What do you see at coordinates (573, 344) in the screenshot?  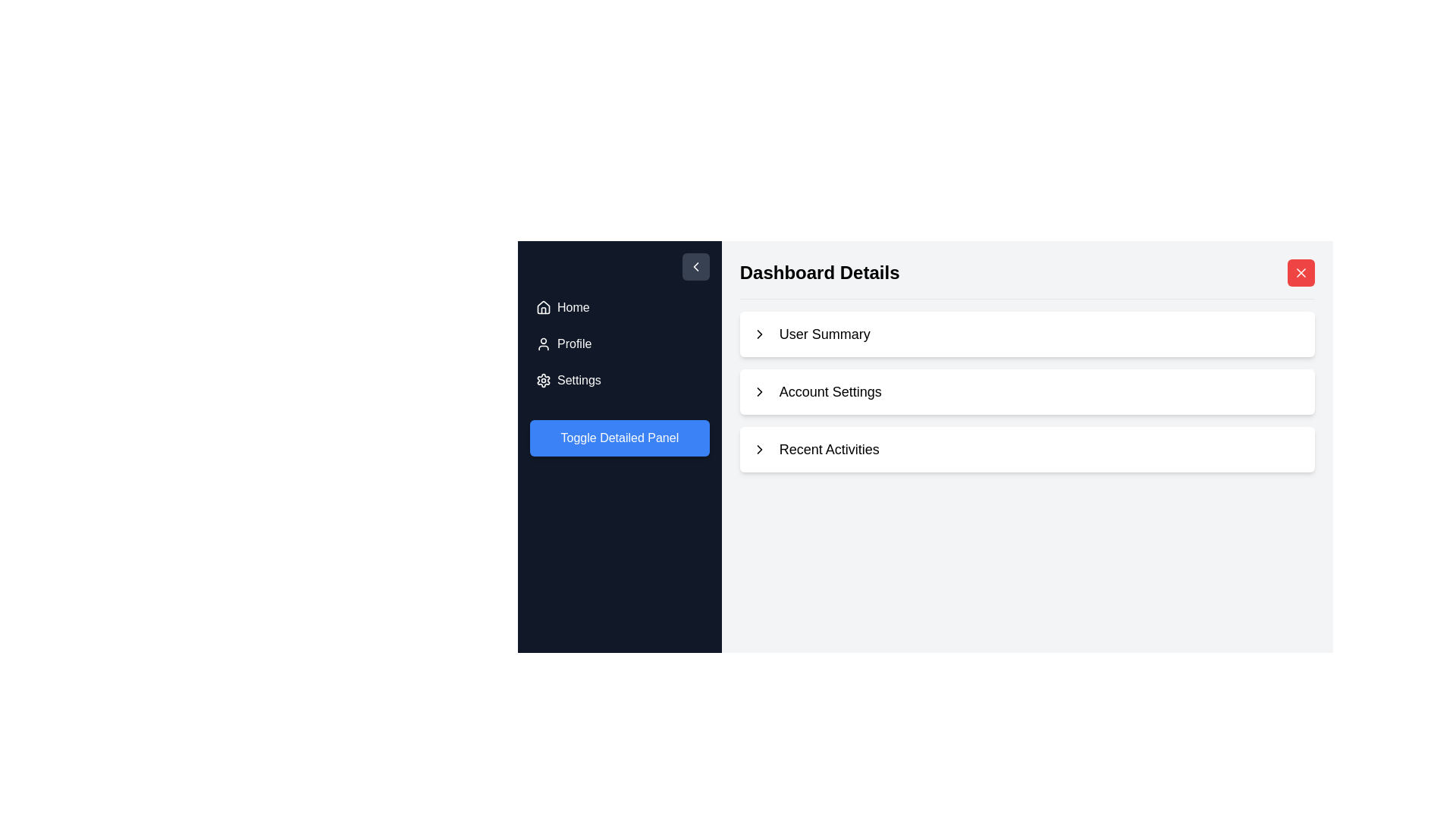 I see `the 'Profile' text label, which is displayed in white on a dark background` at bounding box center [573, 344].